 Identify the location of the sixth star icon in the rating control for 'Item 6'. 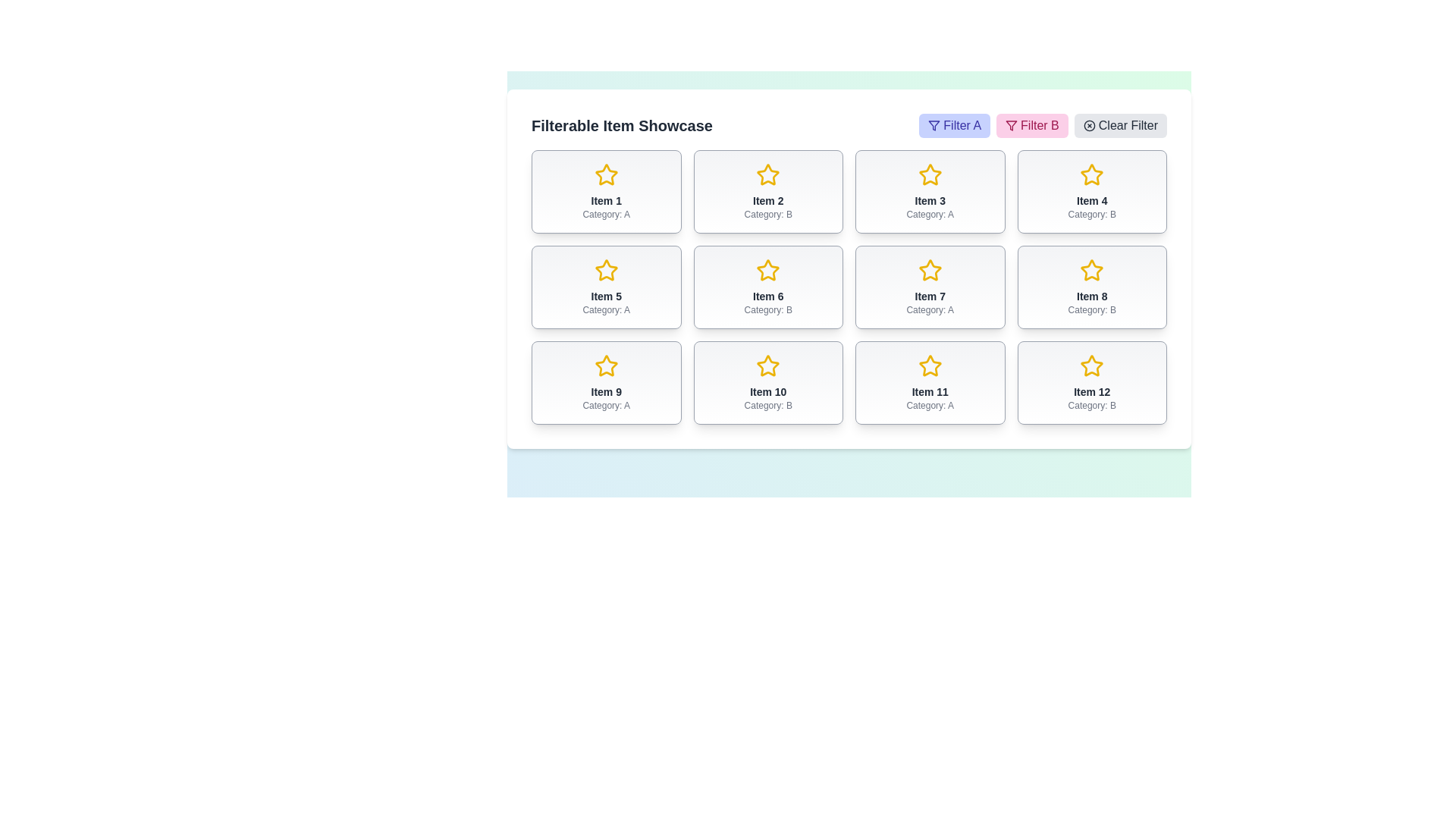
(768, 269).